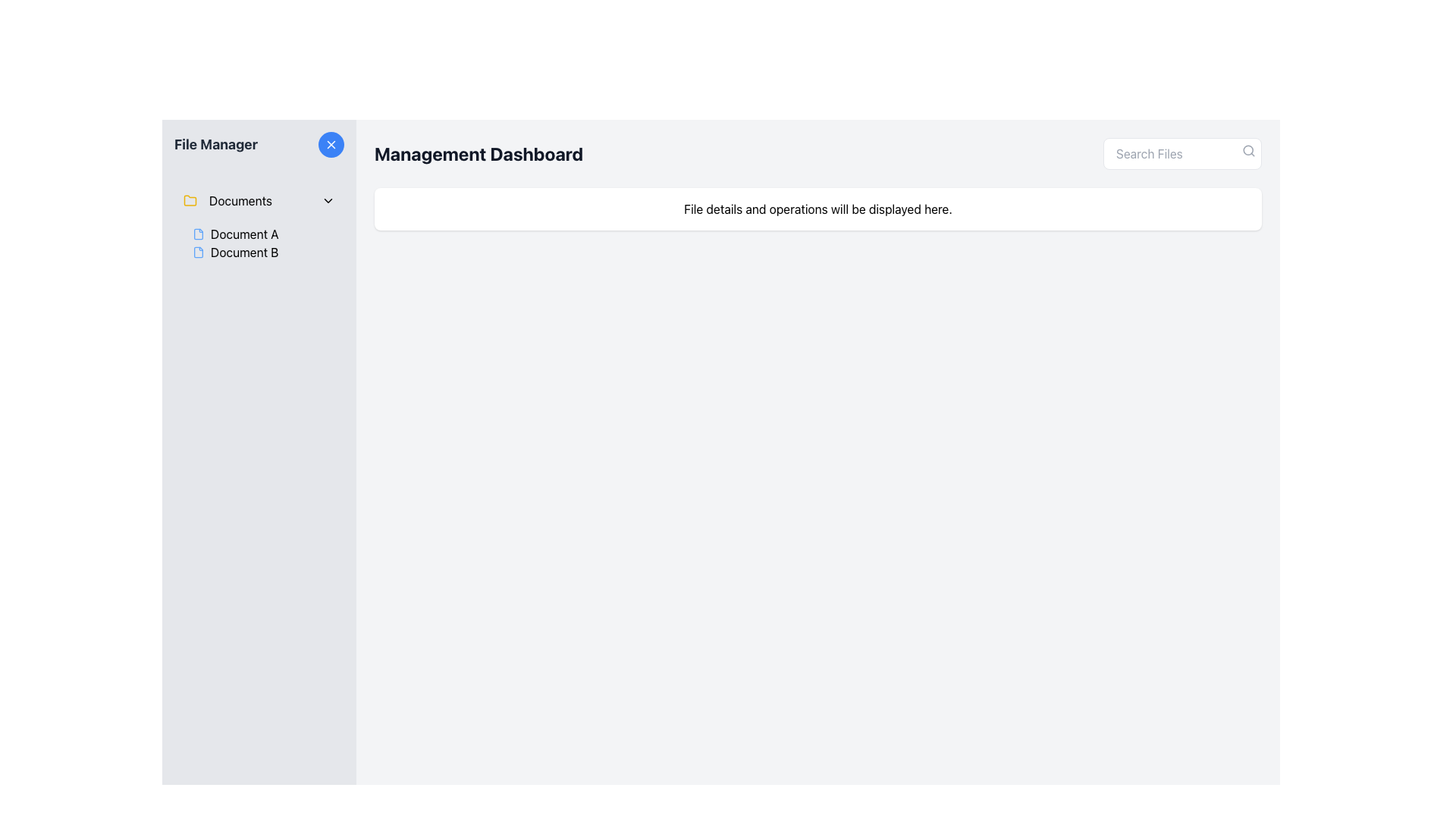 The height and width of the screenshot is (819, 1456). I want to click on the small white 'X' icon located in the circular blue button at the top of the left sidebar, above the 'Documents' section in the 'File Manager' panel to invoke its function, so click(330, 145).